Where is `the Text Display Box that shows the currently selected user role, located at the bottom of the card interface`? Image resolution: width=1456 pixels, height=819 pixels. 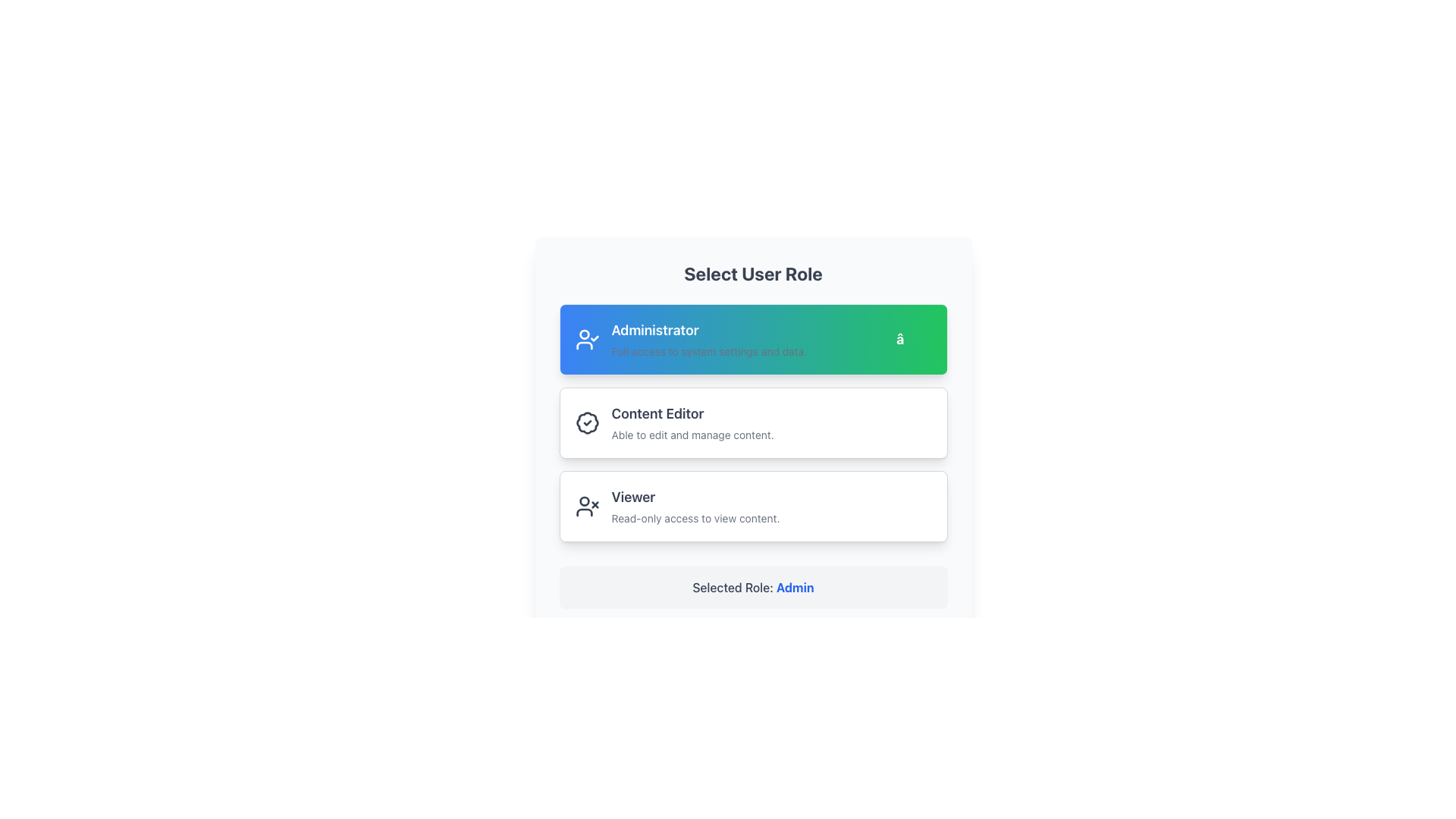 the Text Display Box that shows the currently selected user role, located at the bottom of the card interface is located at coordinates (753, 587).